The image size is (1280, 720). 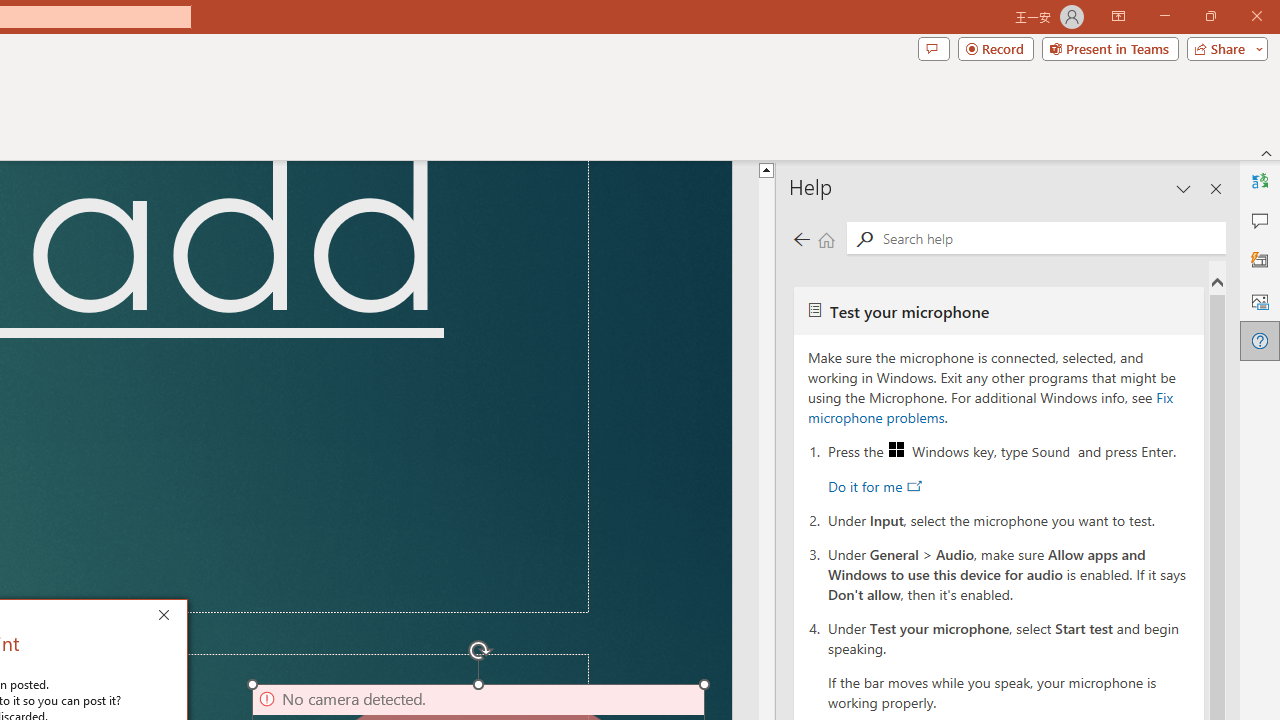 I want to click on 'Fix microphone problems', so click(x=990, y=406).